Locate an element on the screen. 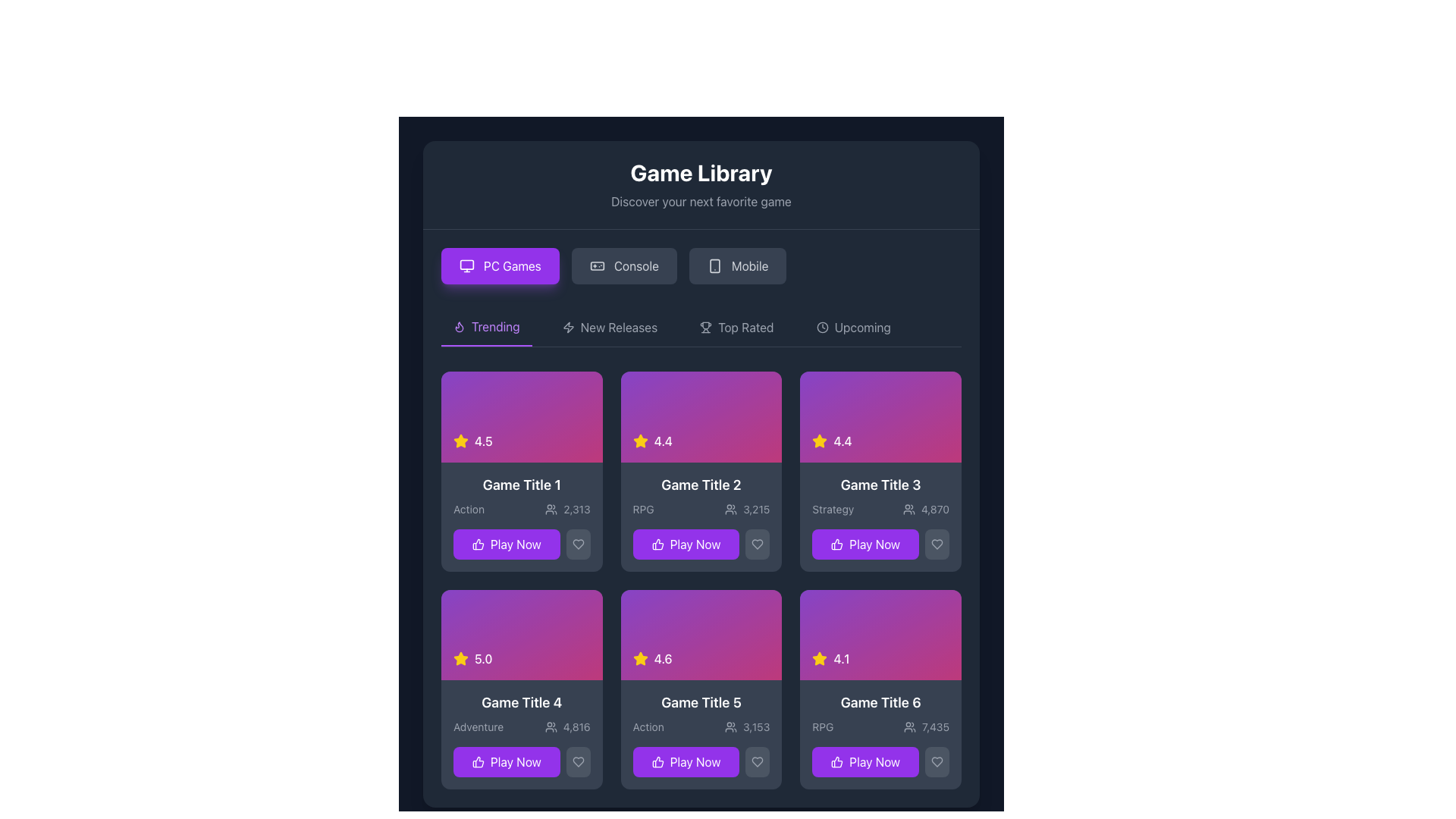  the 'New Releases' button, which is the second button in the horizontal navigation menu is located at coordinates (610, 327).